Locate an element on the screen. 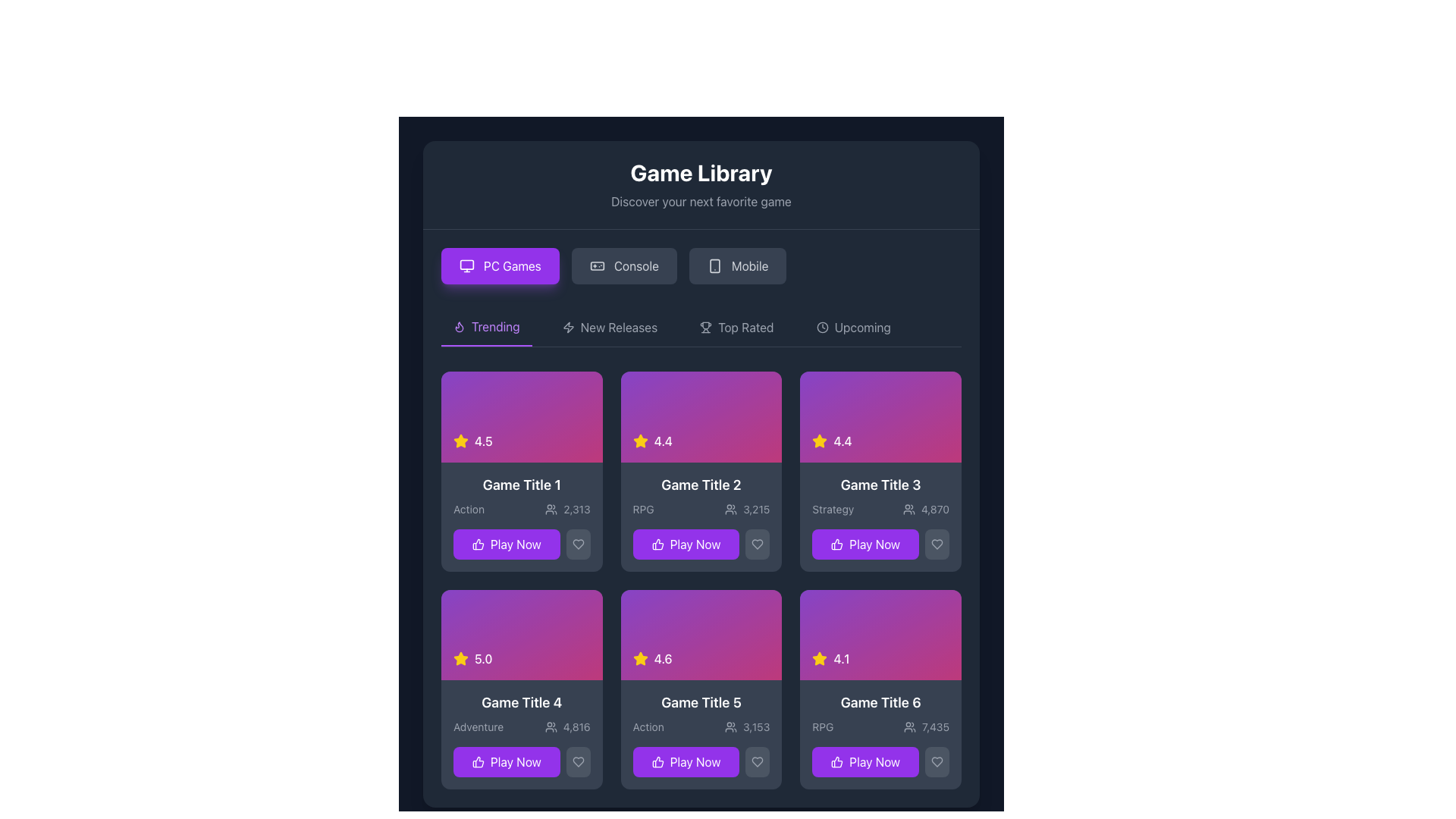  the 'New Releases' button, which is the second button in the horizontal navigation menu is located at coordinates (610, 327).